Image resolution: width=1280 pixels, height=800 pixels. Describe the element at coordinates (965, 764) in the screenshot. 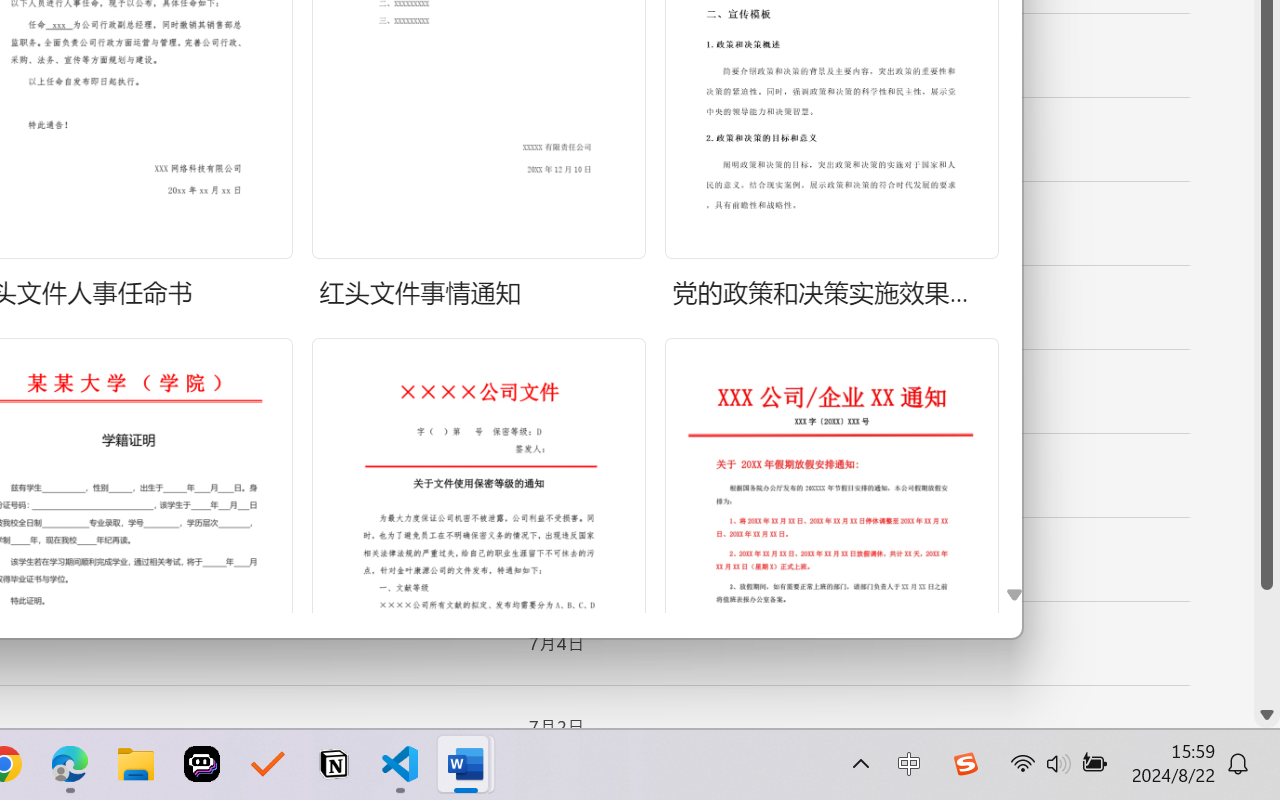

I see `'Class: Image'` at that location.